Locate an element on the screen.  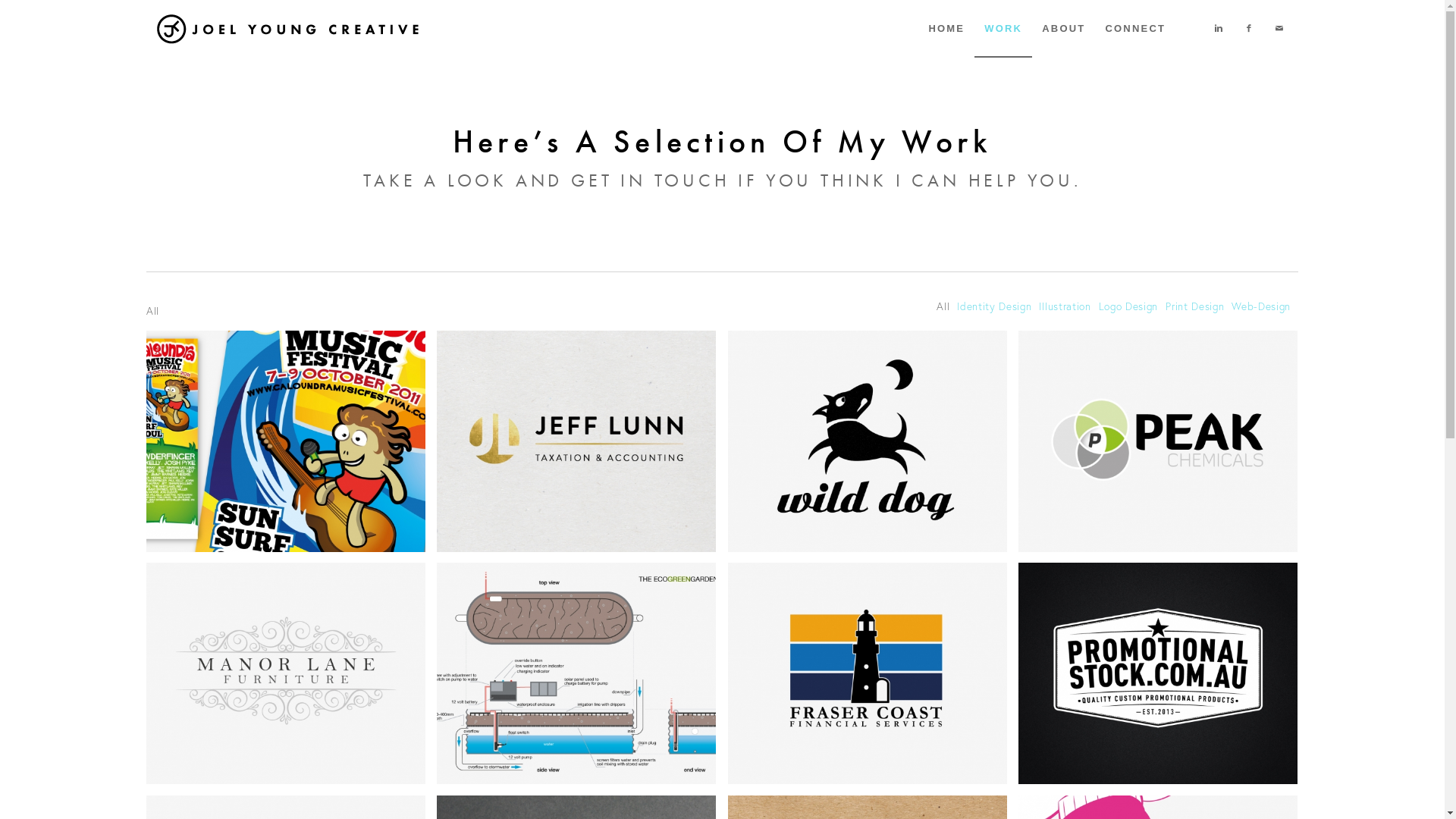
'Identity Design' is located at coordinates (993, 307).